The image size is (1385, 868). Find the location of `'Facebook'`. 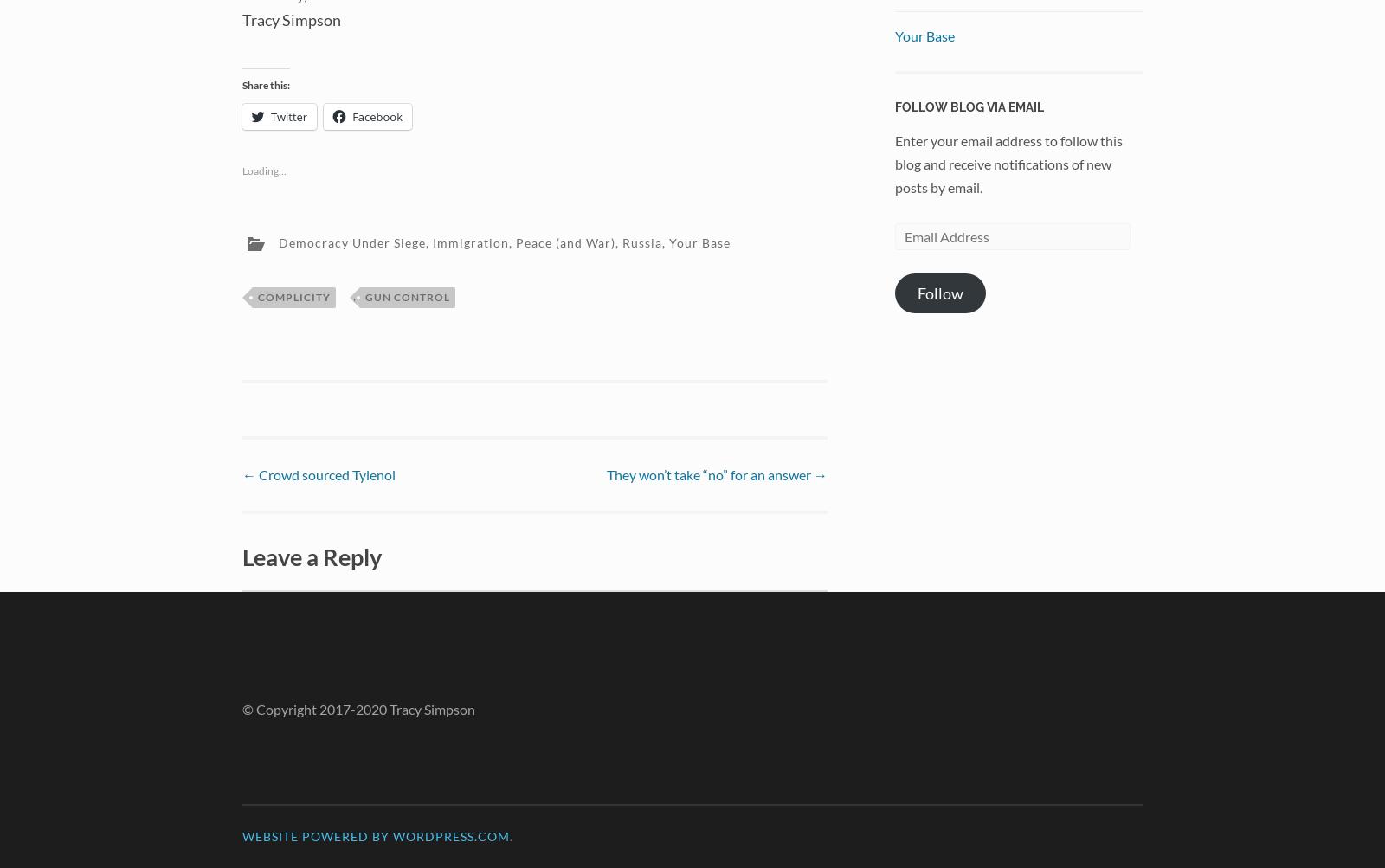

'Facebook' is located at coordinates (377, 115).